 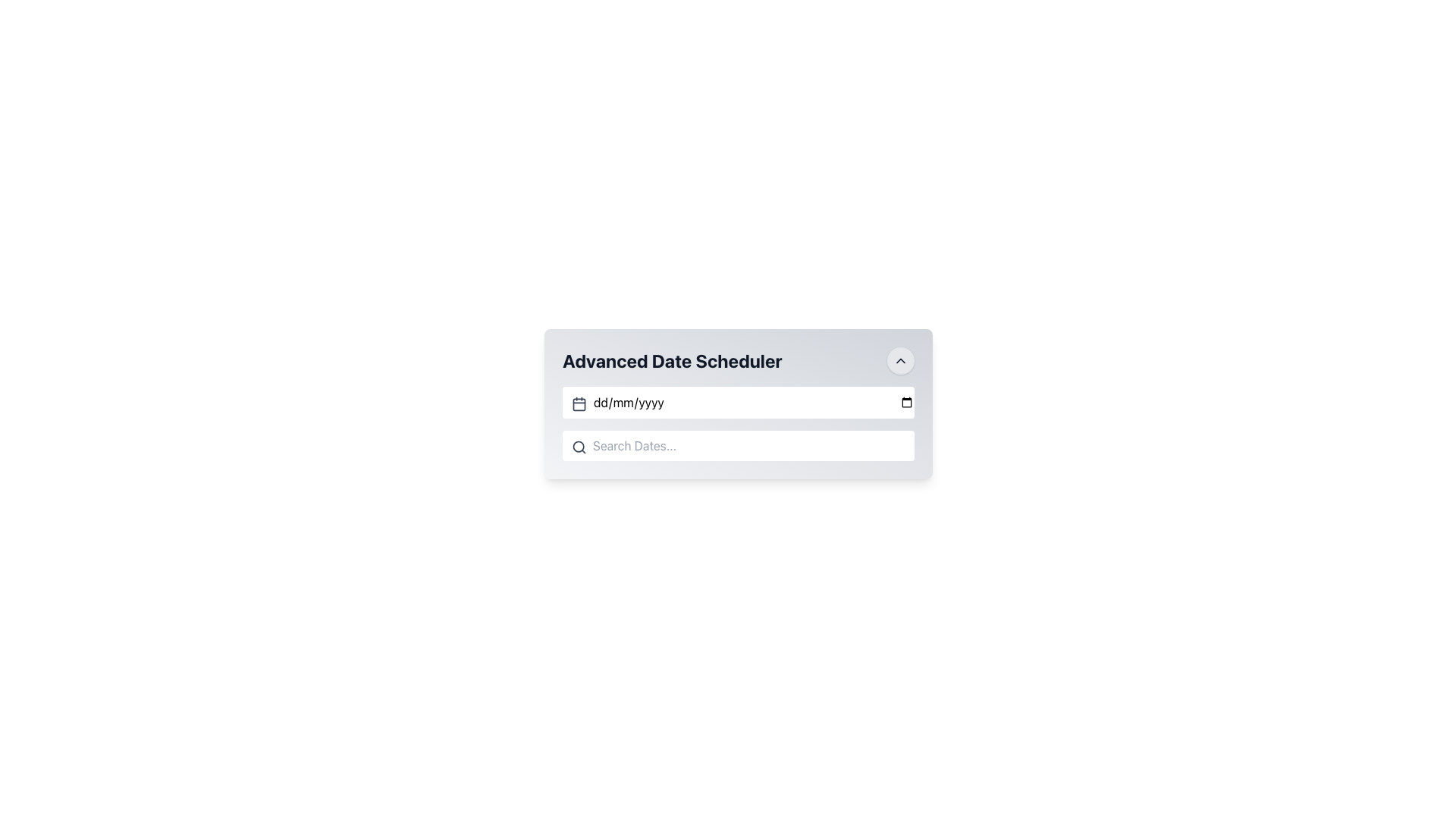 I want to click on the search icon, which is a minimal SVG graphic resembling a magnifying glass, located inside the text input field of the 'Advanced Date Scheduler' interface, to the left of the placeholder text 'Search Dates...', so click(x=578, y=447).